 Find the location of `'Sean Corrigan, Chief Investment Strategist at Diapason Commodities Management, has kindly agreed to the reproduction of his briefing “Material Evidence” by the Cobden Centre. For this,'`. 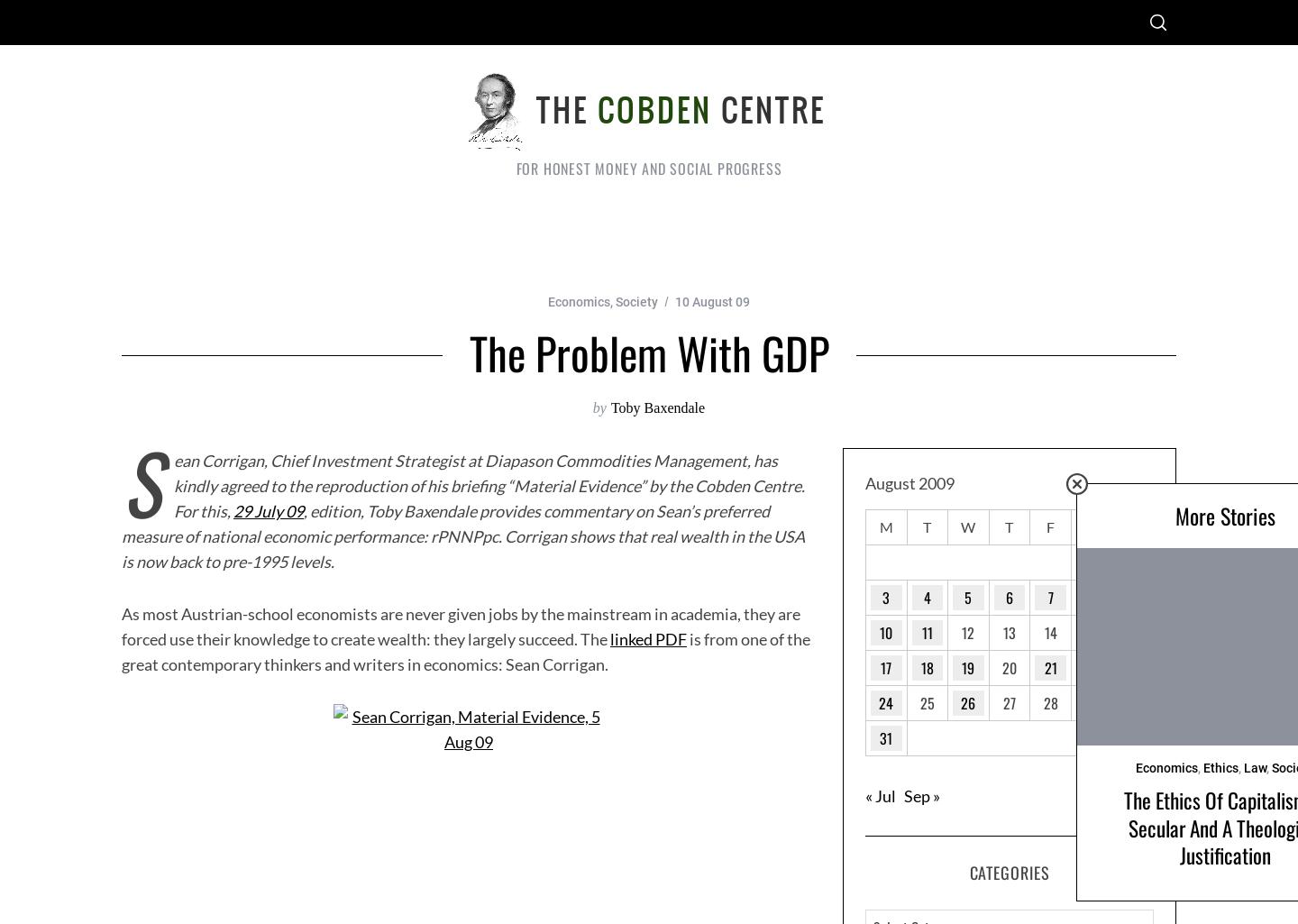

'Sean Corrigan, Chief Investment Strategist at Diapason Commodities Management, has kindly agreed to the reproduction of his briefing “Material Evidence” by the Cobden Centre. For this,' is located at coordinates (462, 480).